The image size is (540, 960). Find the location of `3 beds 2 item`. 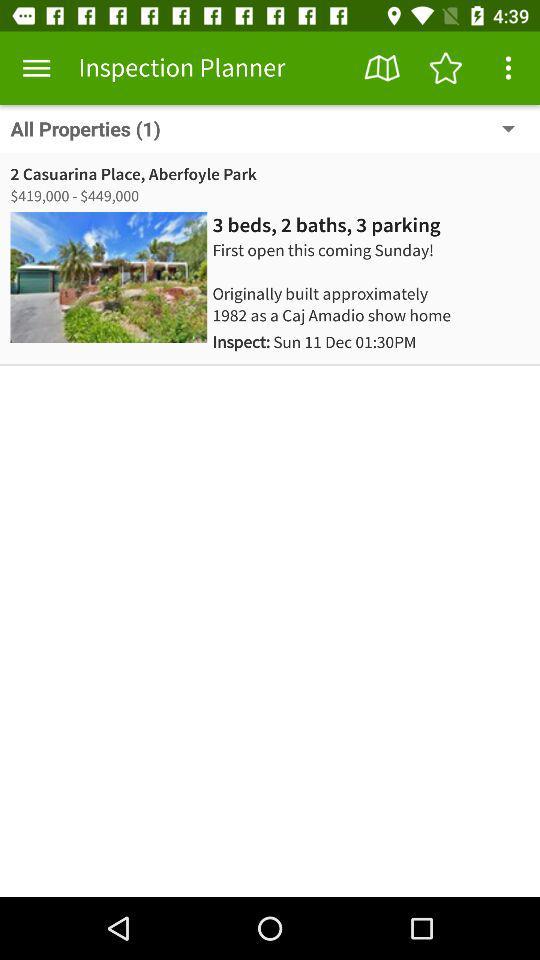

3 beds 2 item is located at coordinates (326, 225).